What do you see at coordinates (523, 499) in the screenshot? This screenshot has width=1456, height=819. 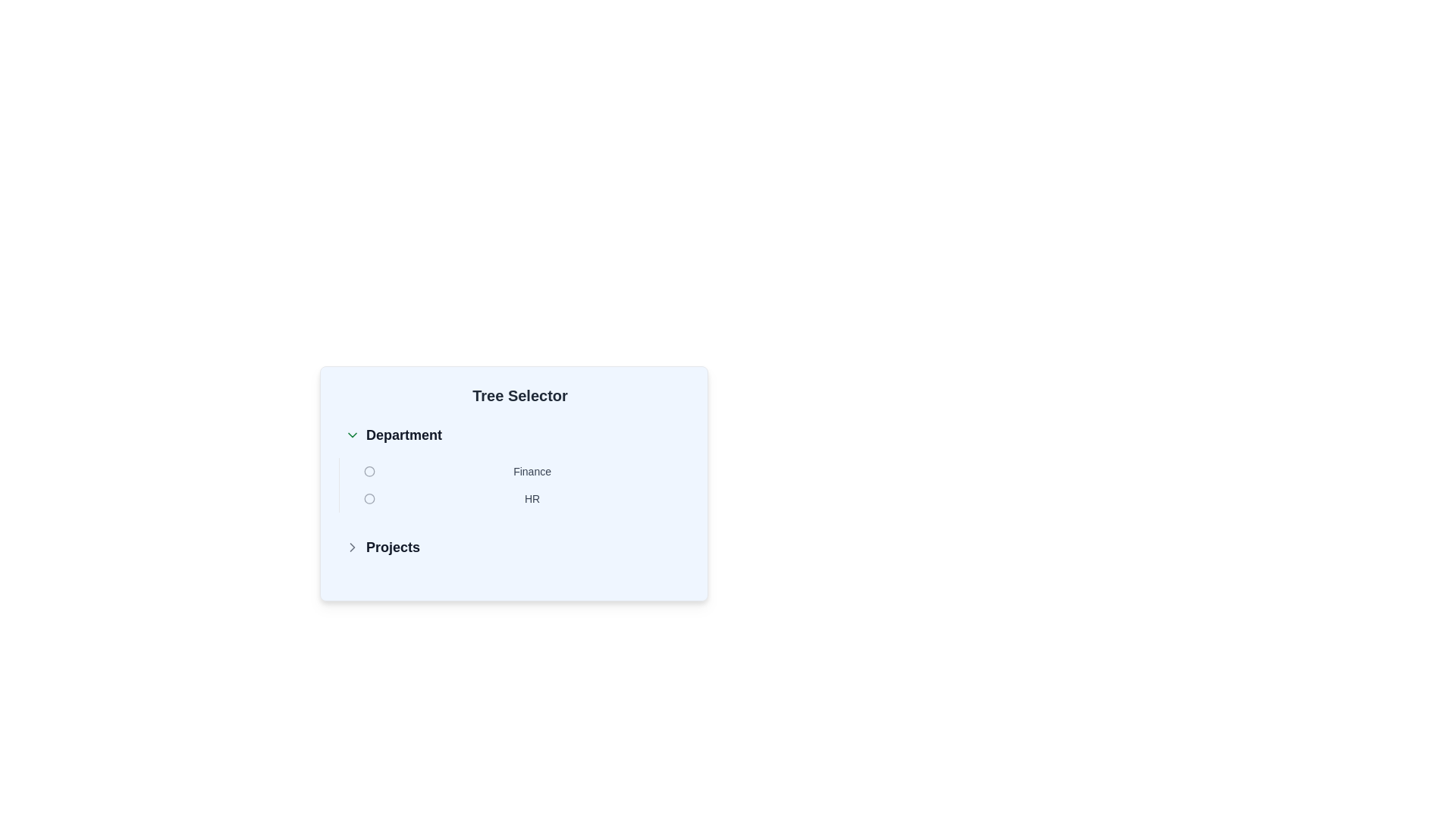 I see `the circular icon or the text 'HR' on the second item of the selectable list under the 'Department' section` at bounding box center [523, 499].